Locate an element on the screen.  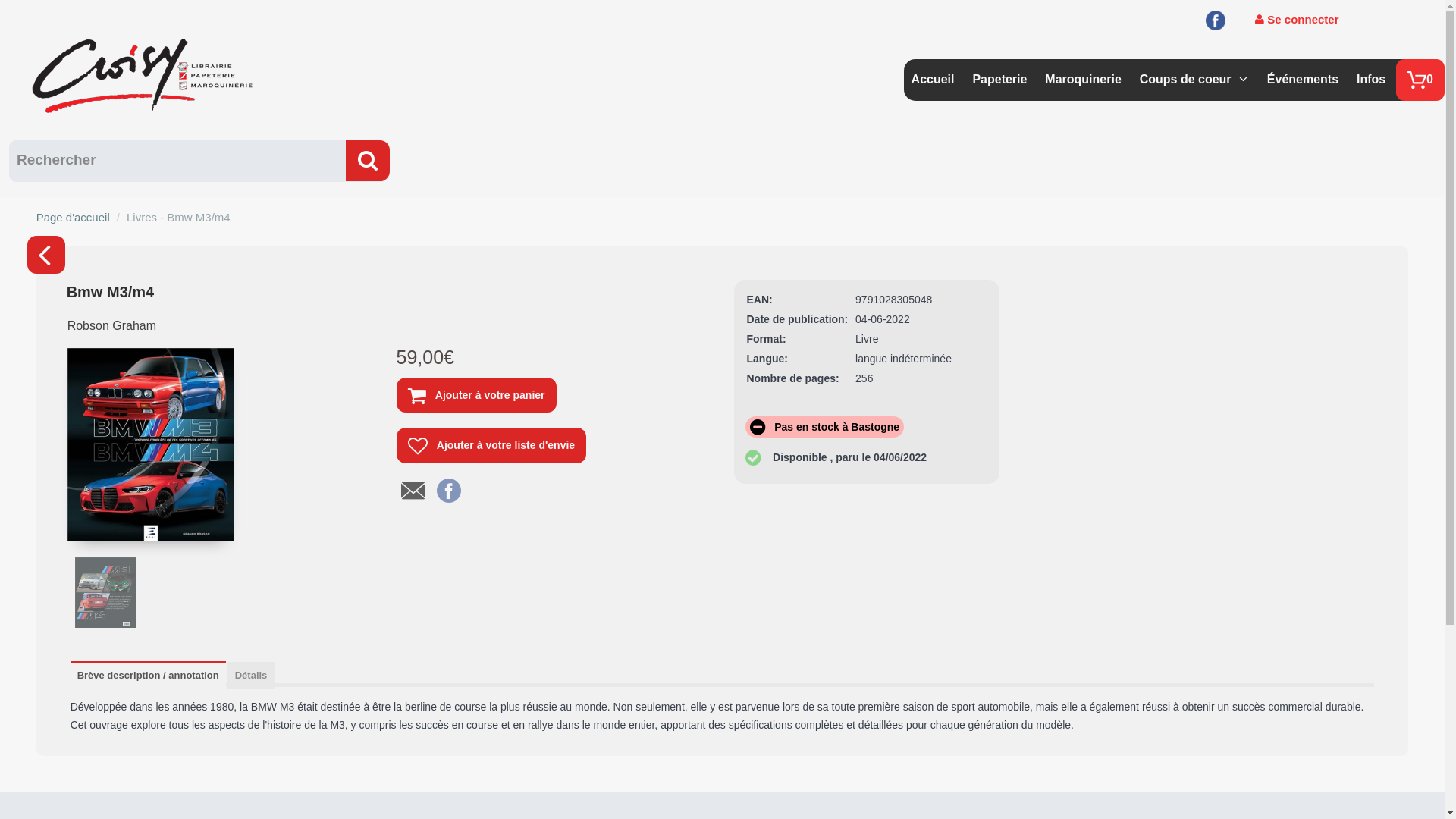
'Robson Graham' is located at coordinates (61, 331).